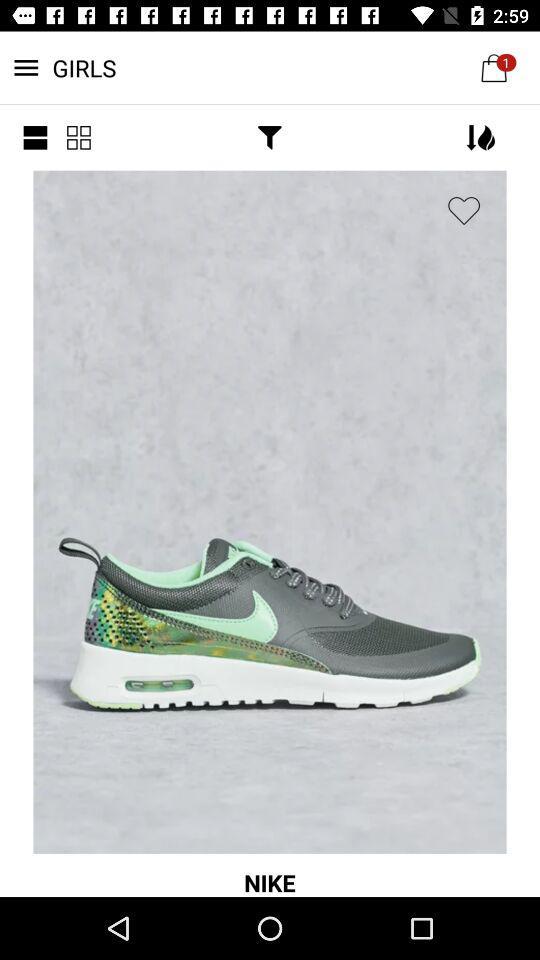 The image size is (540, 960). I want to click on the filter icon, so click(482, 136).